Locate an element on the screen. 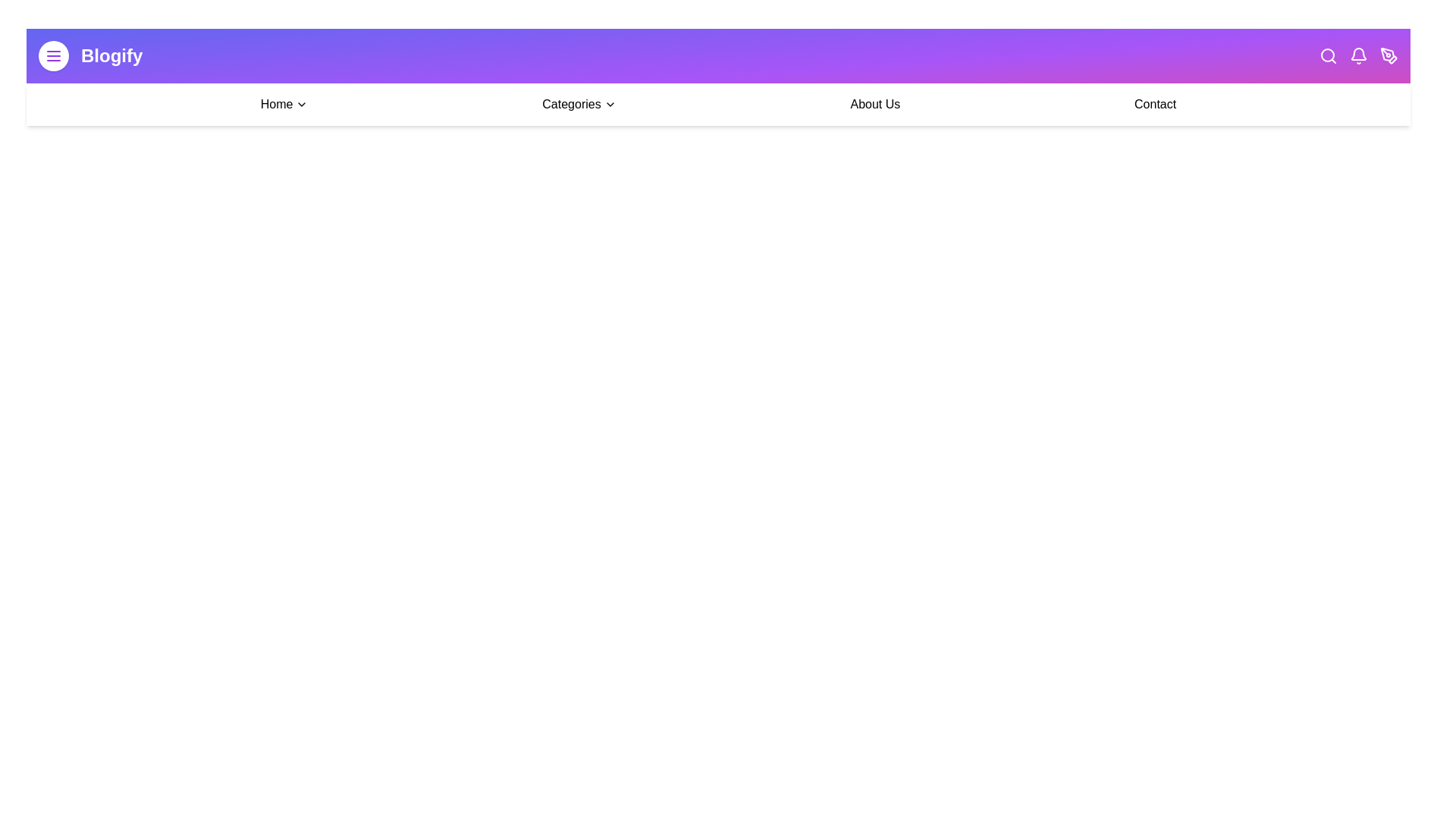  the search icon to initiate a search is located at coordinates (1328, 55).